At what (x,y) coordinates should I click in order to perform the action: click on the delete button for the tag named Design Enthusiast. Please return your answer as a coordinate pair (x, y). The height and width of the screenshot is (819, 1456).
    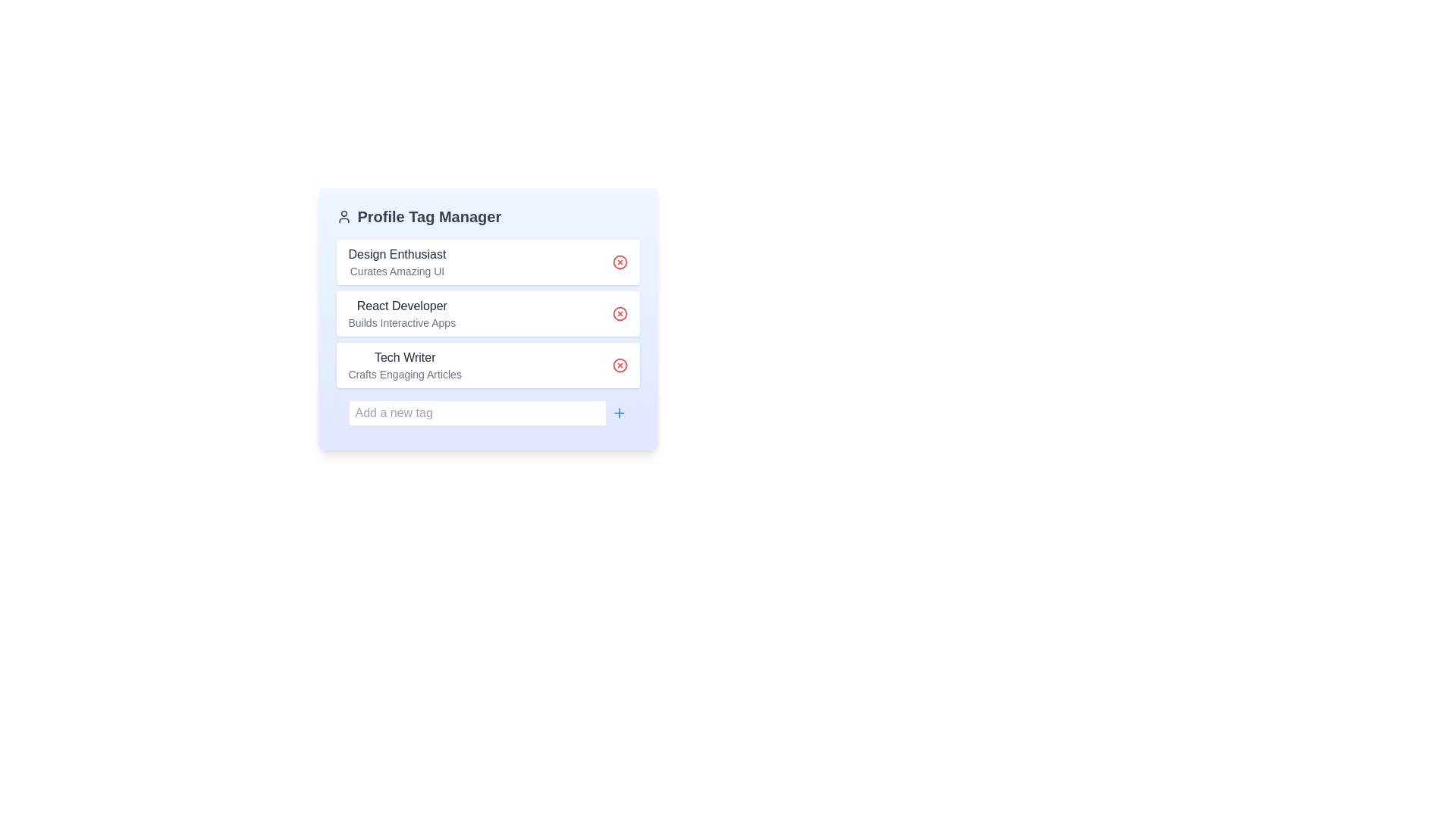
    Looking at the image, I should click on (620, 262).